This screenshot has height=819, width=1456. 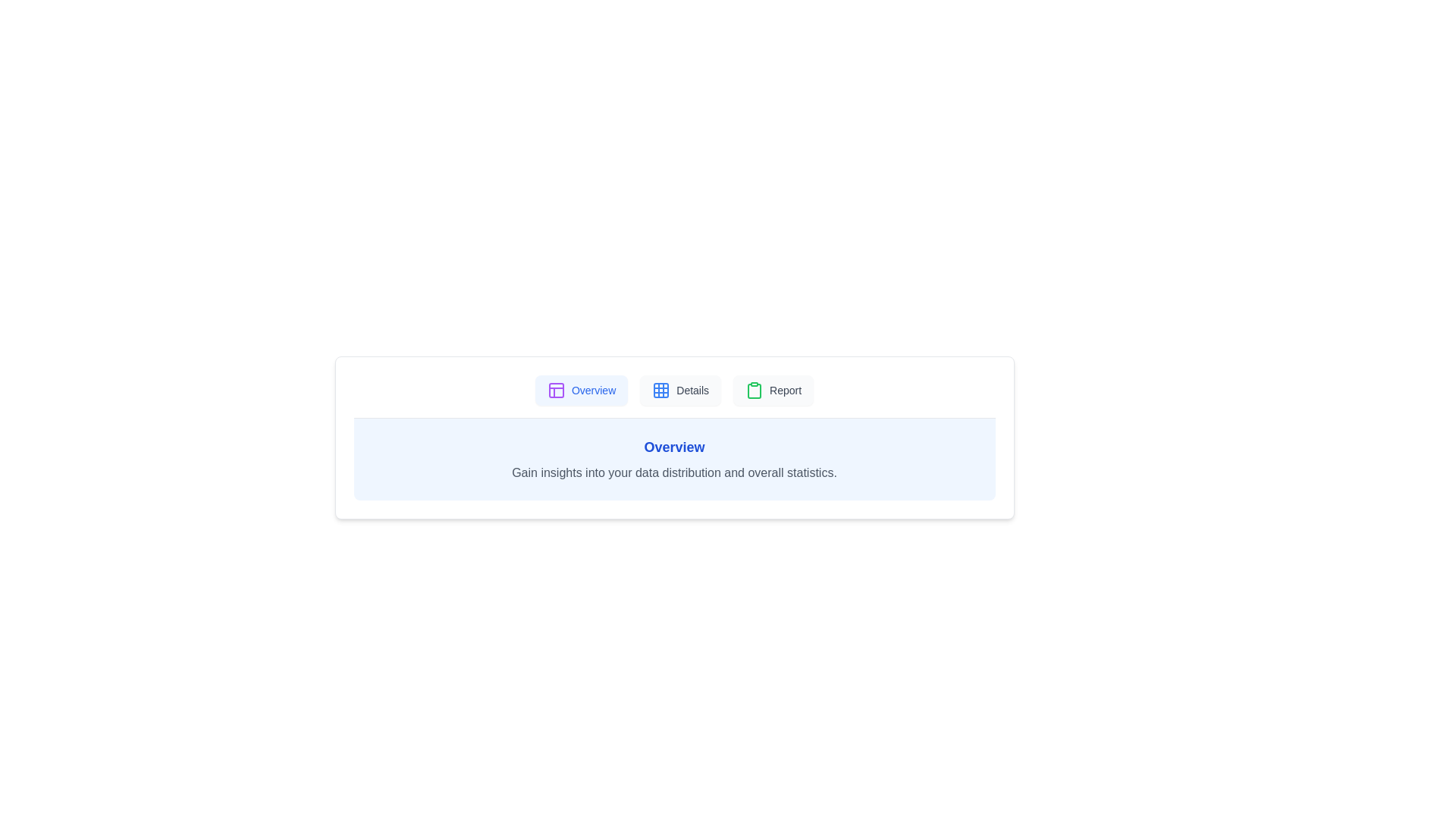 What do you see at coordinates (581, 390) in the screenshot?
I see `the tab labeled Overview and read its content` at bounding box center [581, 390].